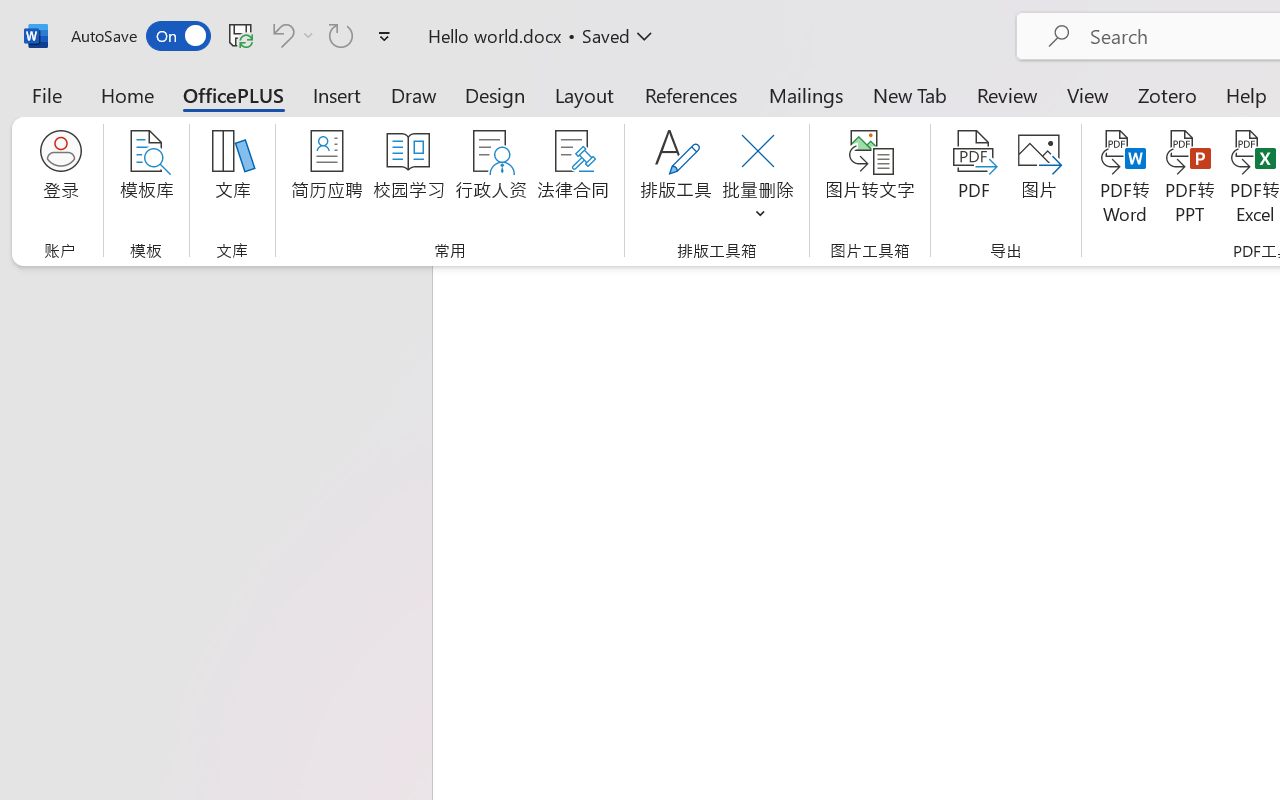 Image resolution: width=1280 pixels, height=800 pixels. Describe the element at coordinates (139, 35) in the screenshot. I see `'AutoSave'` at that location.